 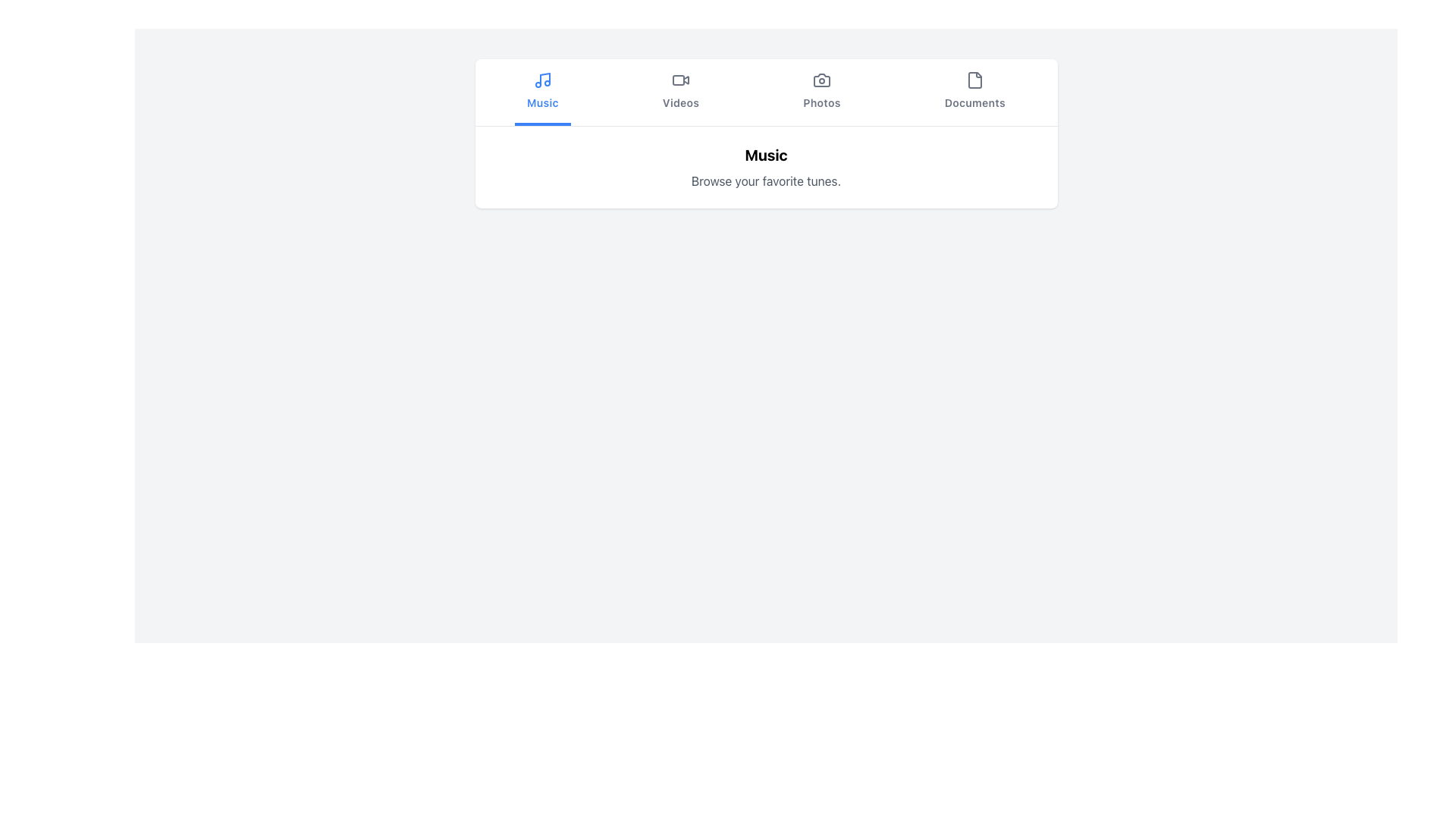 I want to click on the camera icon located in the center of the 'Photos' tab on the navigation bar, so click(x=821, y=80).